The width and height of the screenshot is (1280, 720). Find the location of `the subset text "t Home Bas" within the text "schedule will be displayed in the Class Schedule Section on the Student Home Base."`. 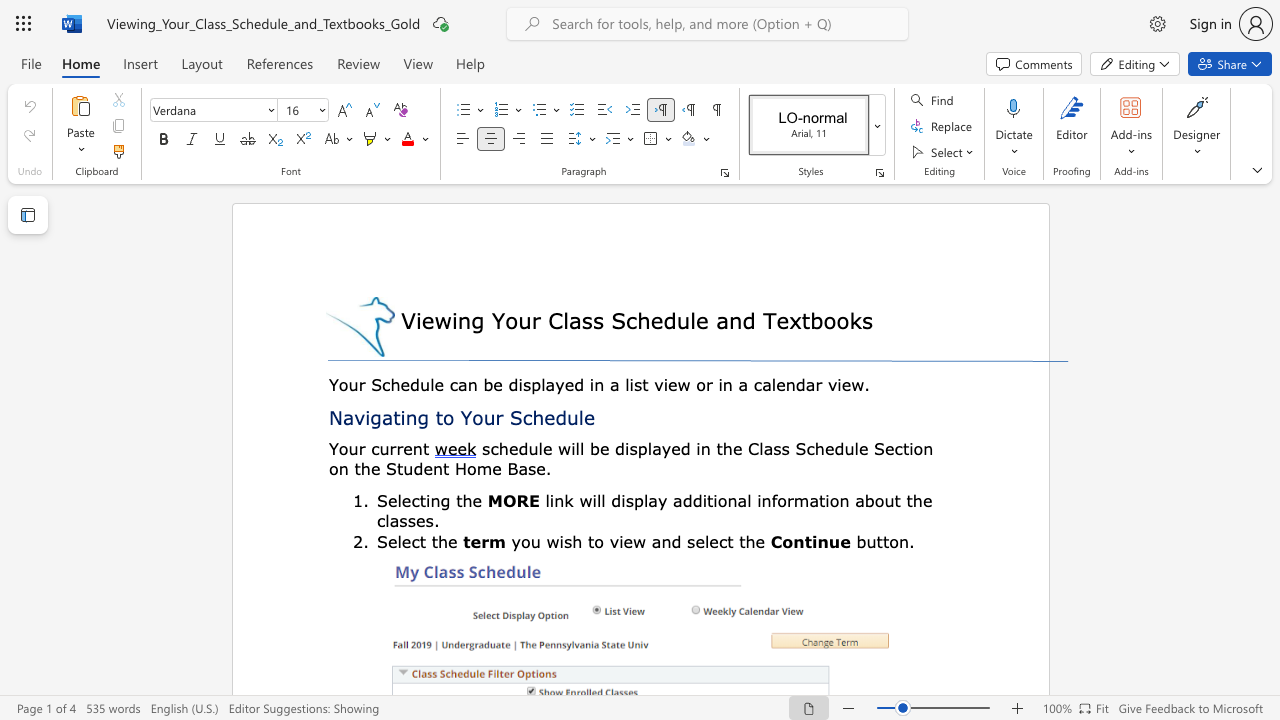

the subset text "t Home Bas" within the text "schedule will be displayed in the Class Schedule Section on the Student Home Base." is located at coordinates (442, 468).